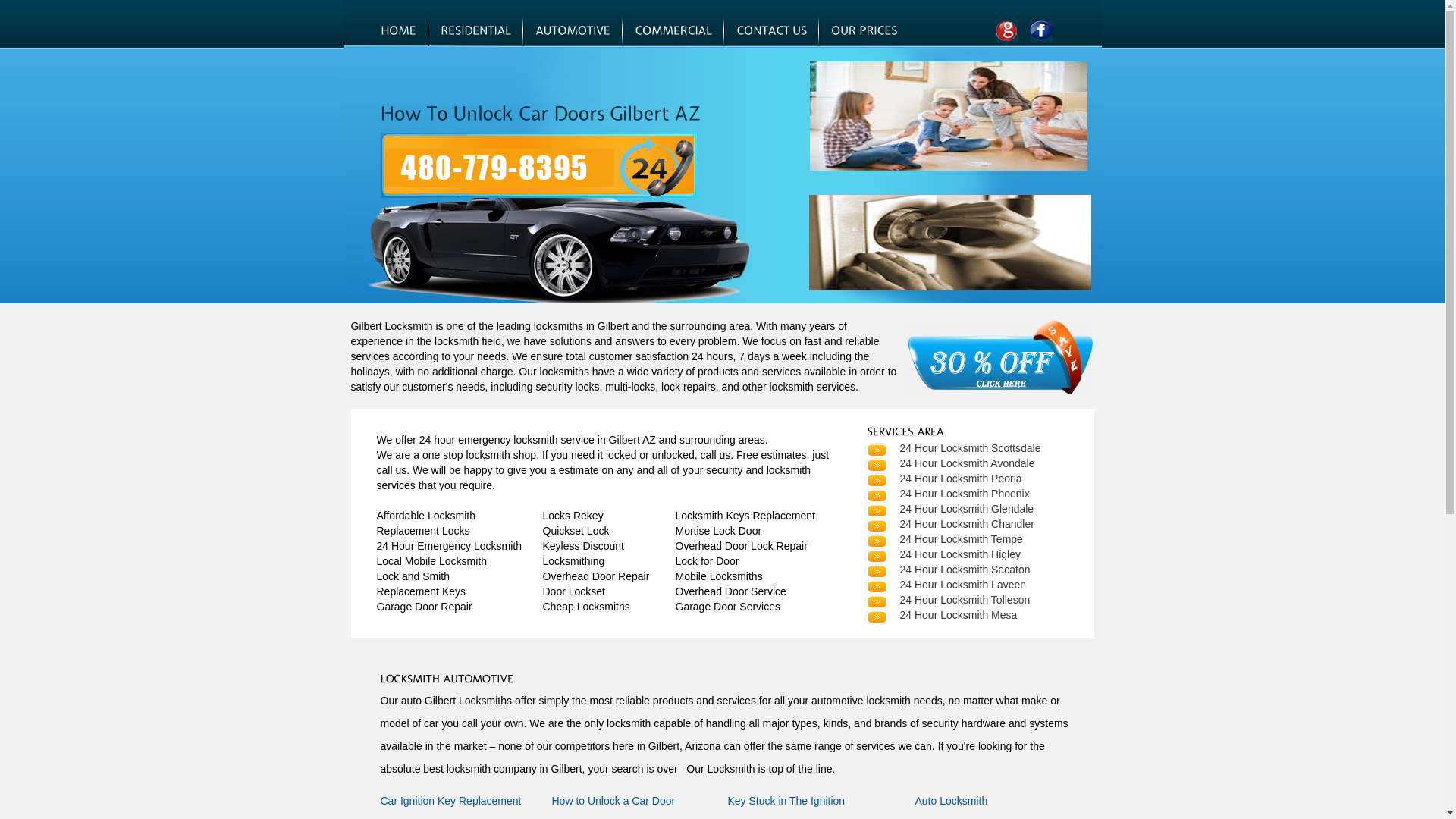 The height and width of the screenshot is (819, 1456). I want to click on '24 Hour Locksmith Chandler', so click(947, 522).